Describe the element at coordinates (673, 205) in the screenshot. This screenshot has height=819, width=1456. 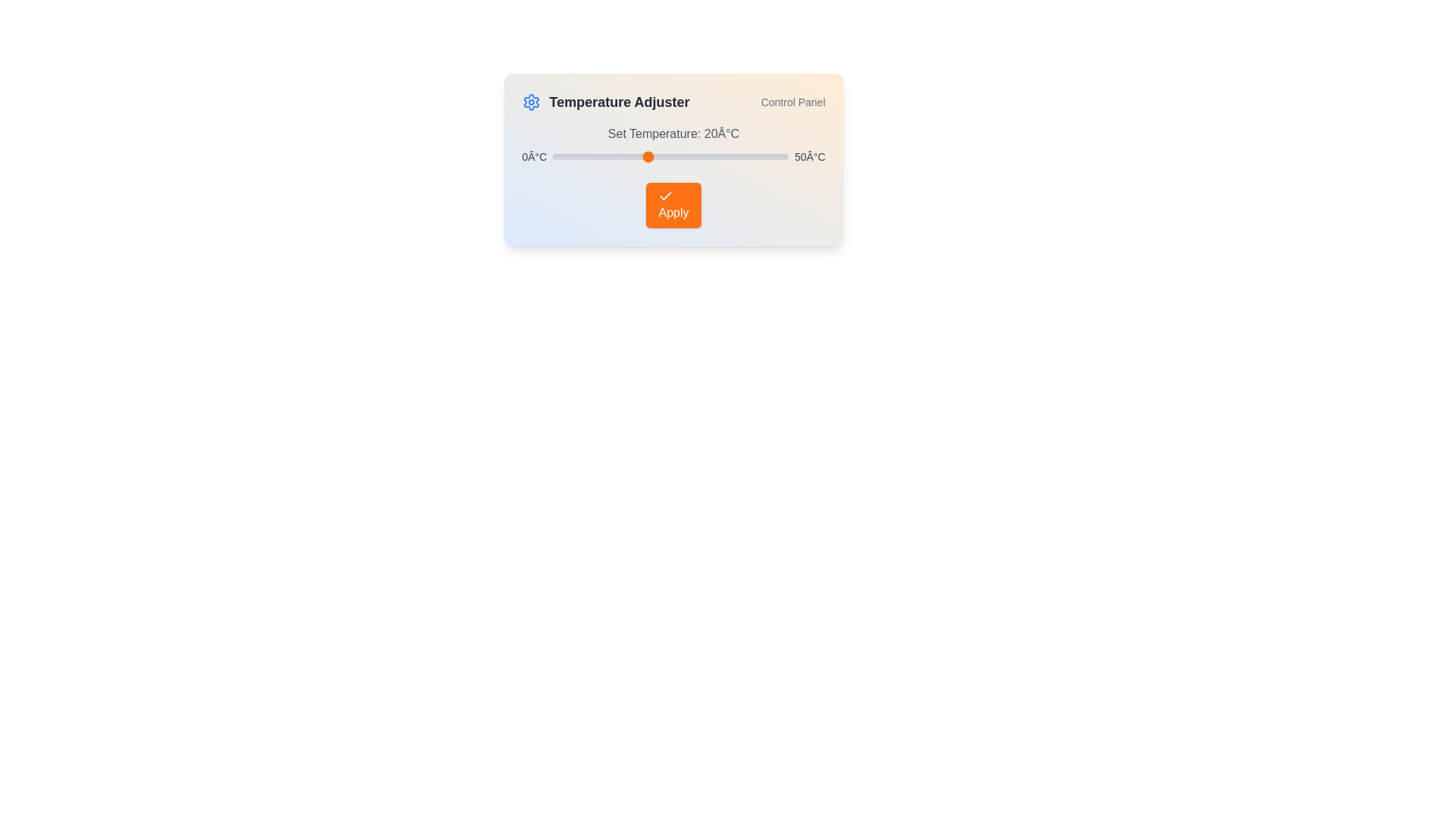
I see `the Apply button to confirm the selected temperature` at that location.